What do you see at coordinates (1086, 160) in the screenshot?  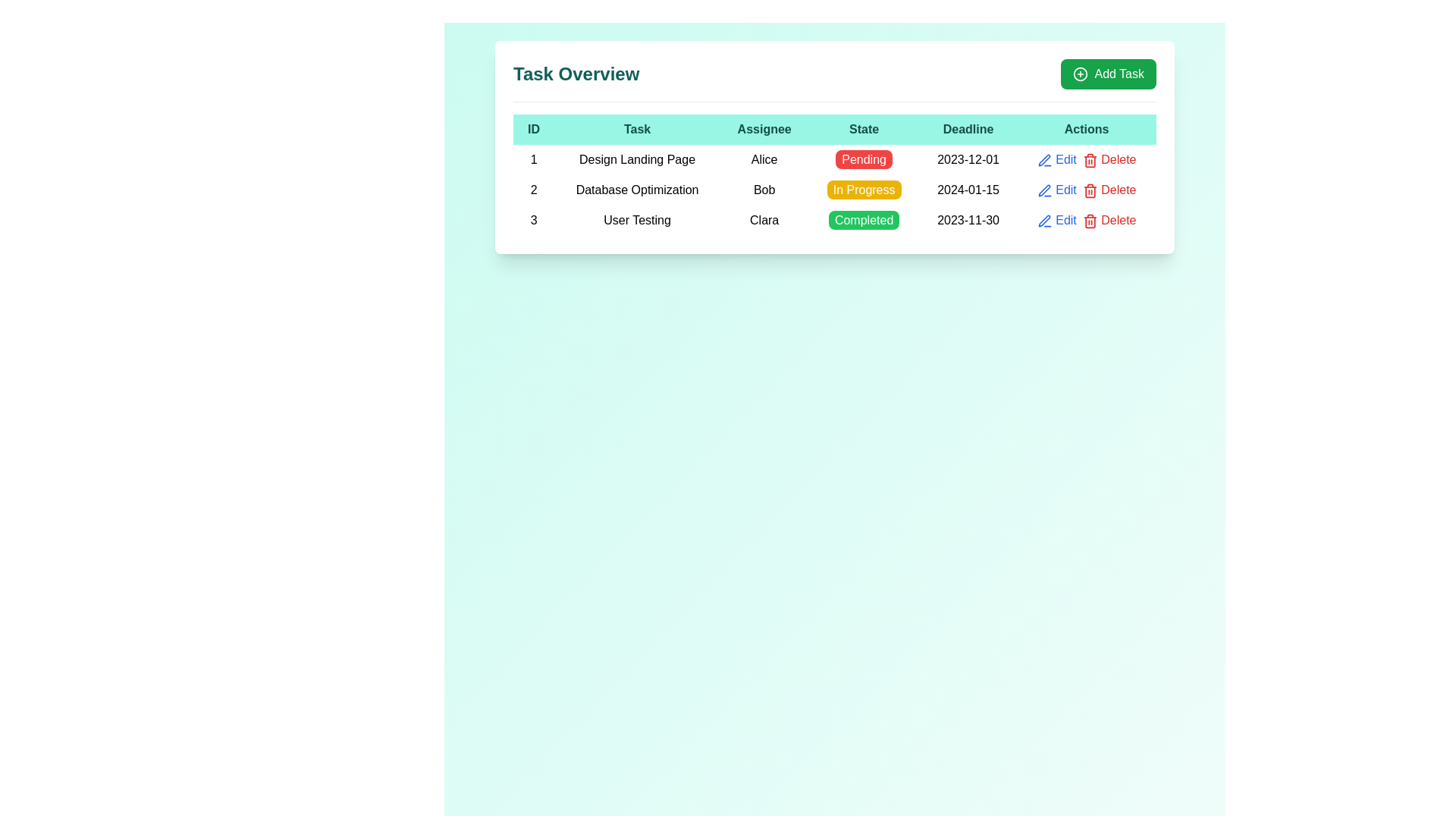 I see `the 'Delete' link in the Actions column of the first row in the task table` at bounding box center [1086, 160].